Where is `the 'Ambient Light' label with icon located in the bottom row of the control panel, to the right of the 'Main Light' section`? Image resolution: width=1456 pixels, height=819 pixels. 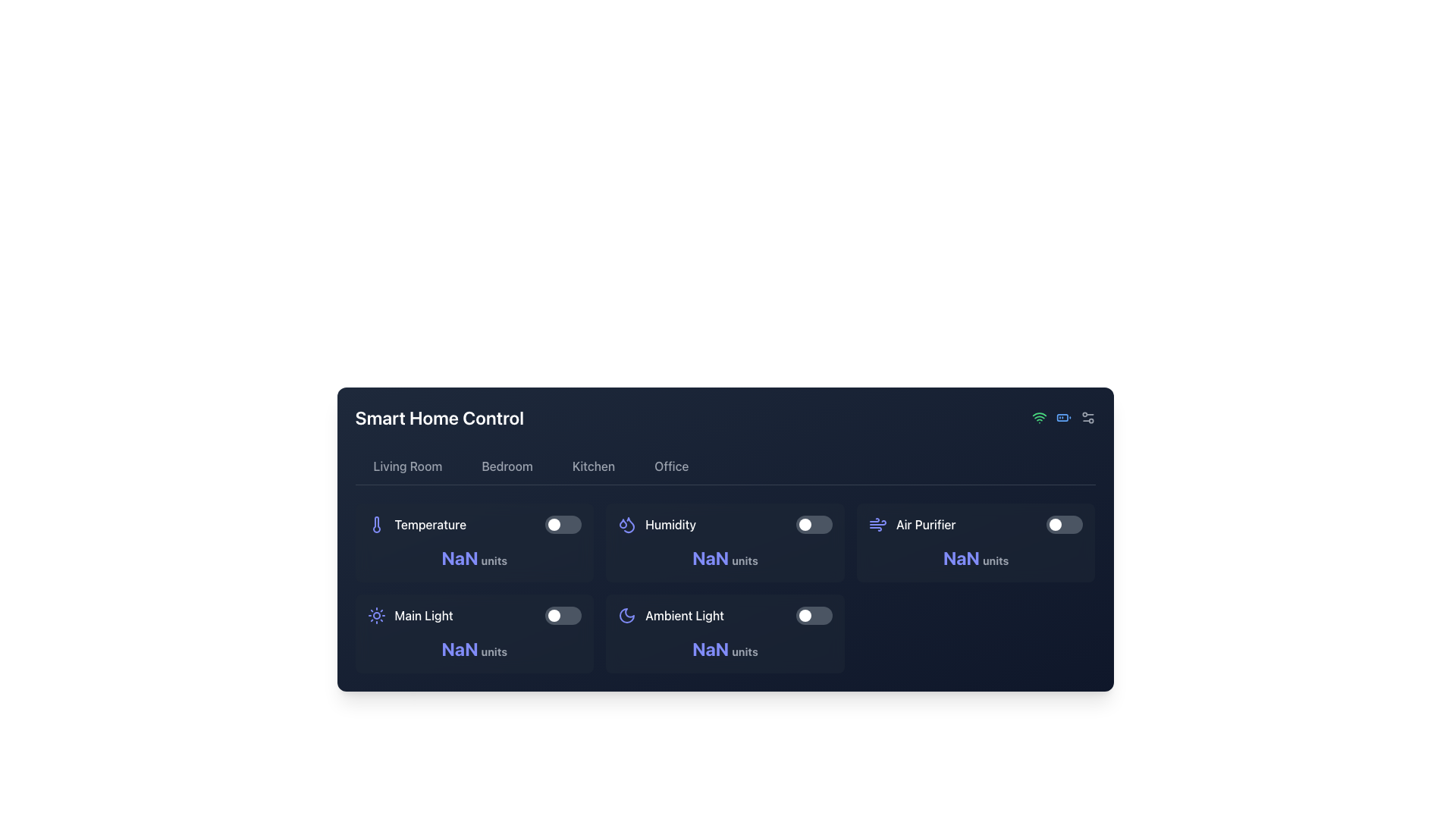 the 'Ambient Light' label with icon located in the bottom row of the control panel, to the right of the 'Main Light' section is located at coordinates (670, 616).